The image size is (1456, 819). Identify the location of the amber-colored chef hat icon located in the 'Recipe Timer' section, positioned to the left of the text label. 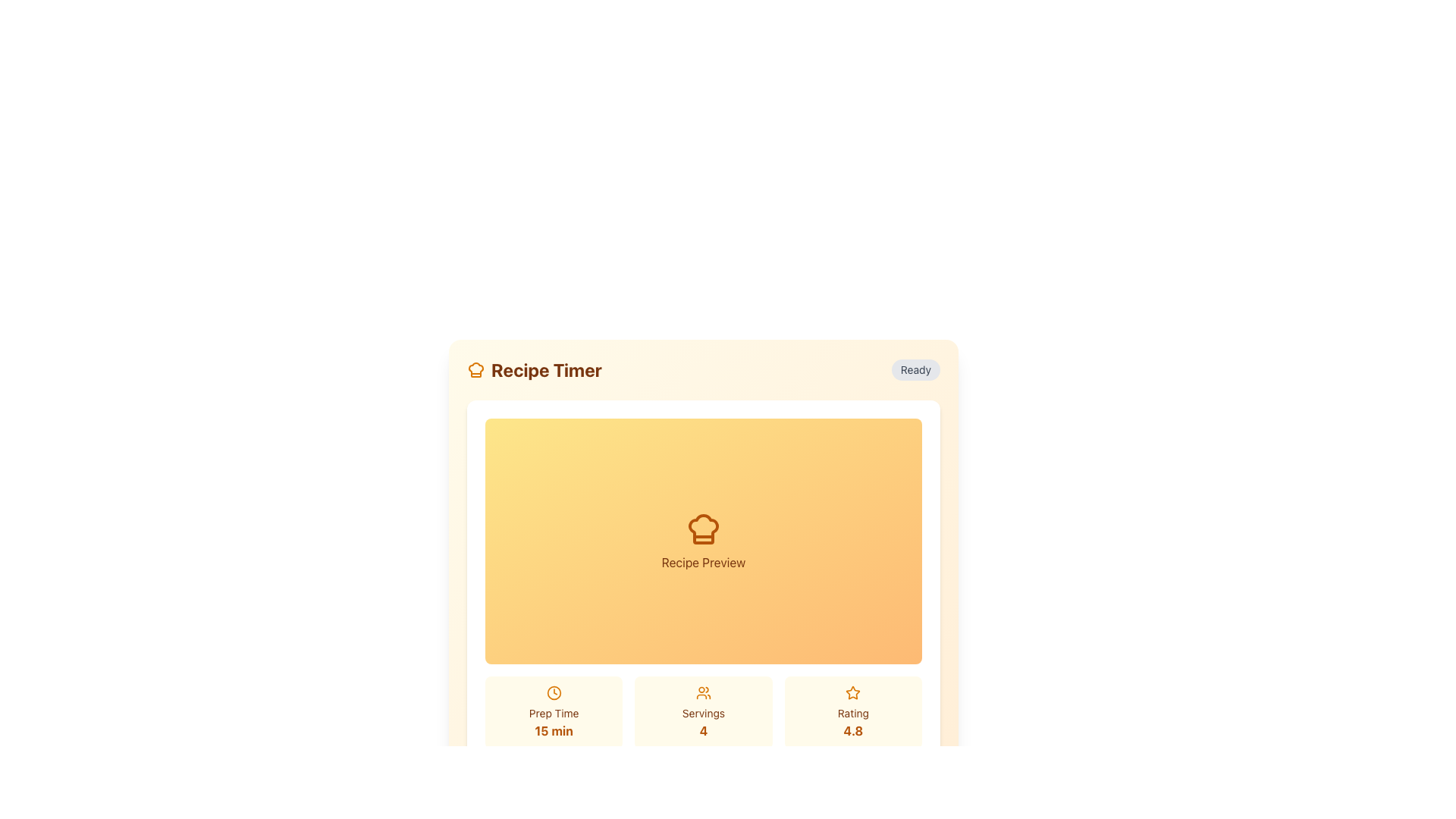
(475, 370).